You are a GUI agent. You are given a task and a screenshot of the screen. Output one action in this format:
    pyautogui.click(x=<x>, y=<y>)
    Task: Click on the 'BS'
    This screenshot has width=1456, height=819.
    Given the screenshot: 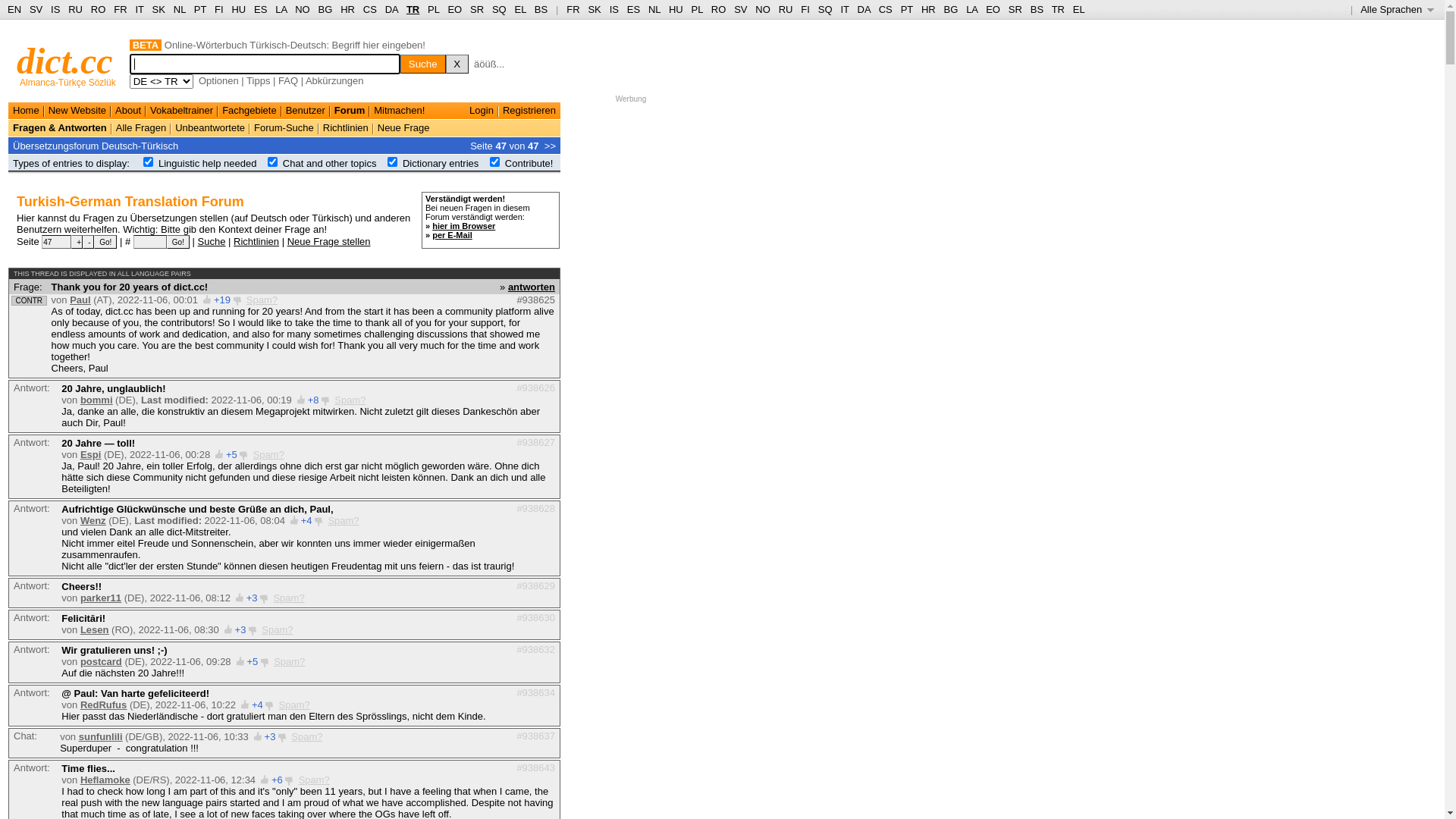 What is the action you would take?
    pyautogui.click(x=1036, y=9)
    